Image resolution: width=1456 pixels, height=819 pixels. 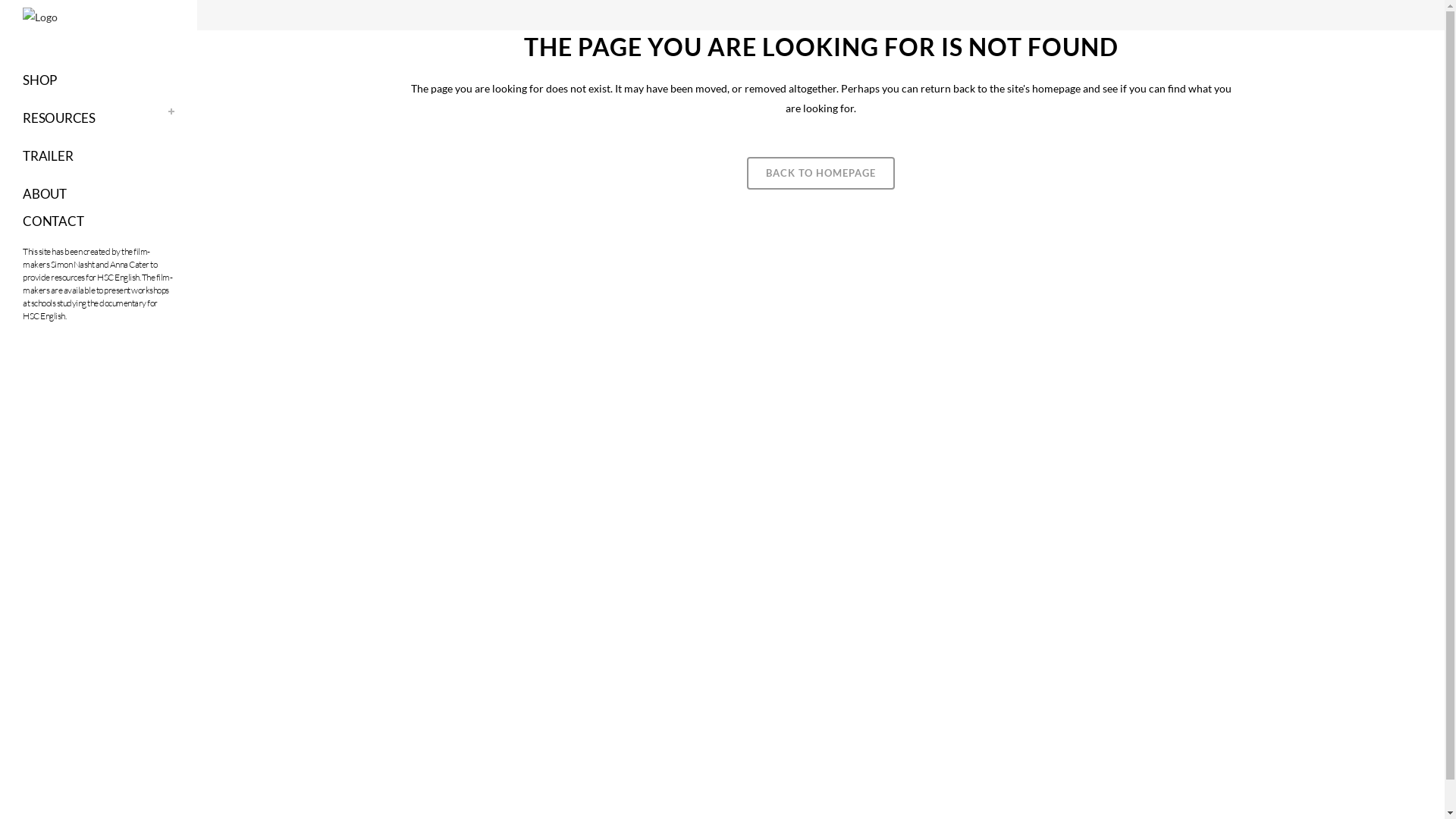 I want to click on 'TRAILER', so click(x=97, y=155).